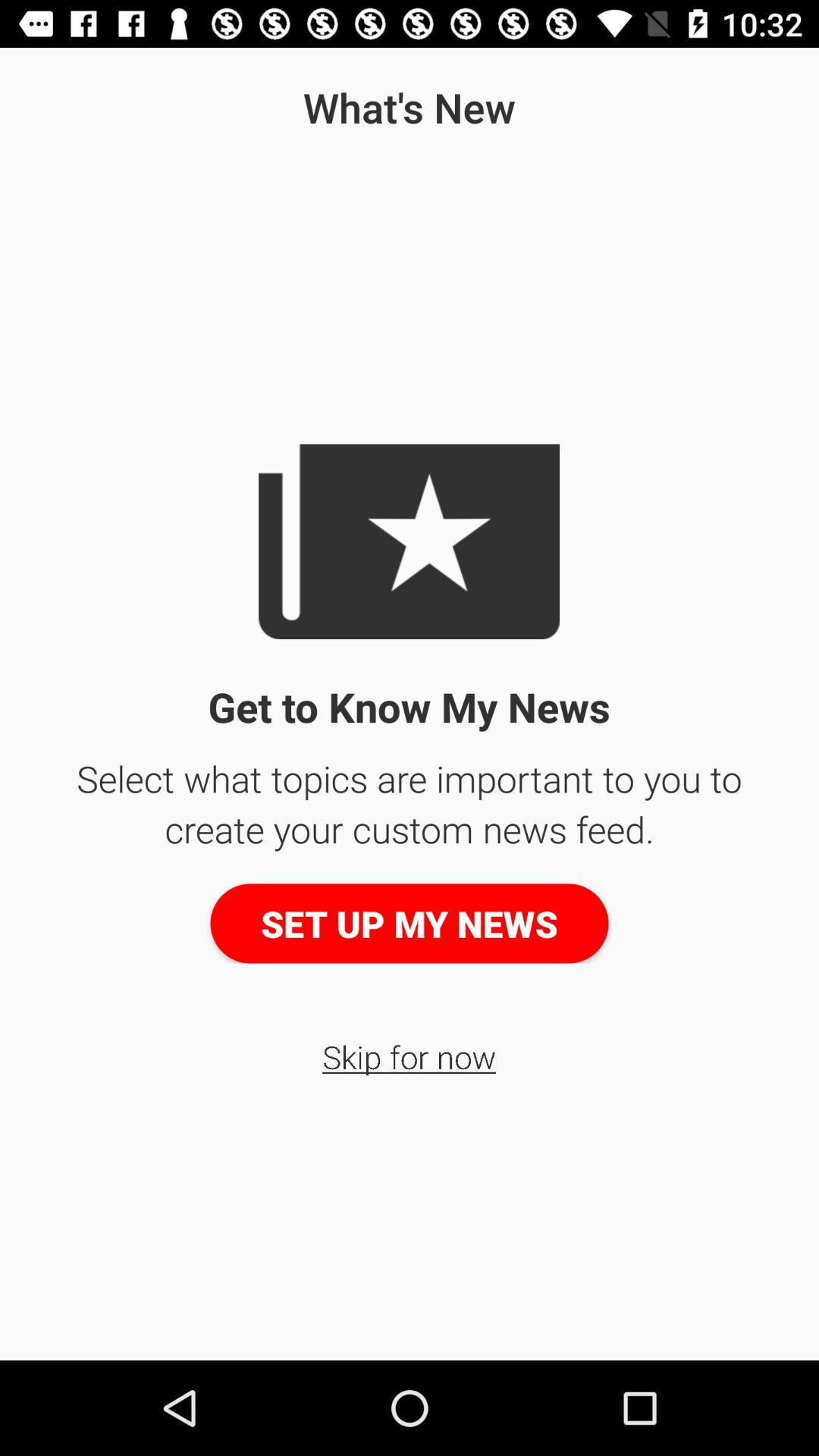  I want to click on the set up my icon, so click(409, 923).